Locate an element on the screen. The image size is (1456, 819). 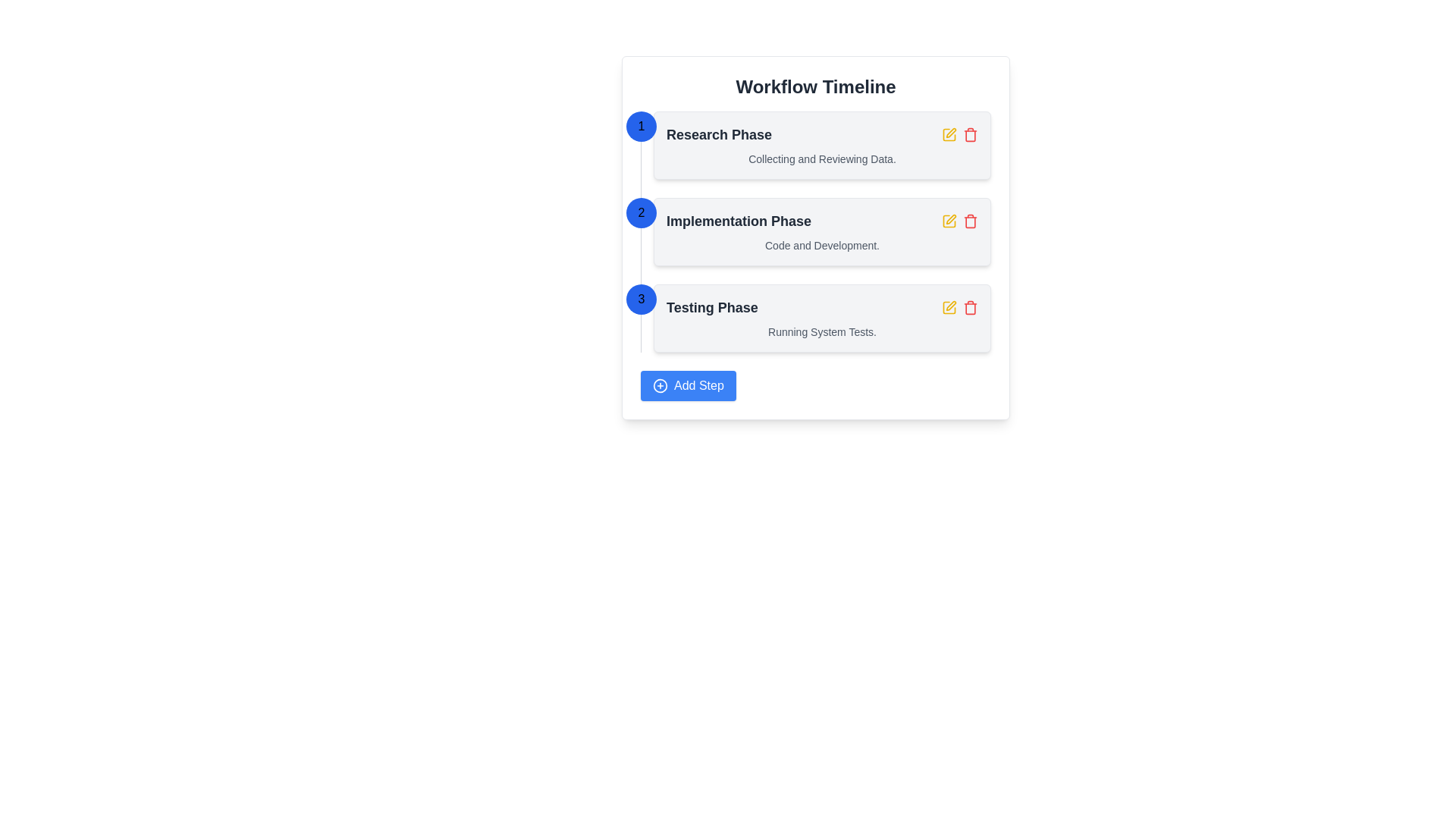
the trash bin icon located at the top-right corner of the 'Implementation Phase' row in the Workflow Timeline interface is located at coordinates (959, 221).